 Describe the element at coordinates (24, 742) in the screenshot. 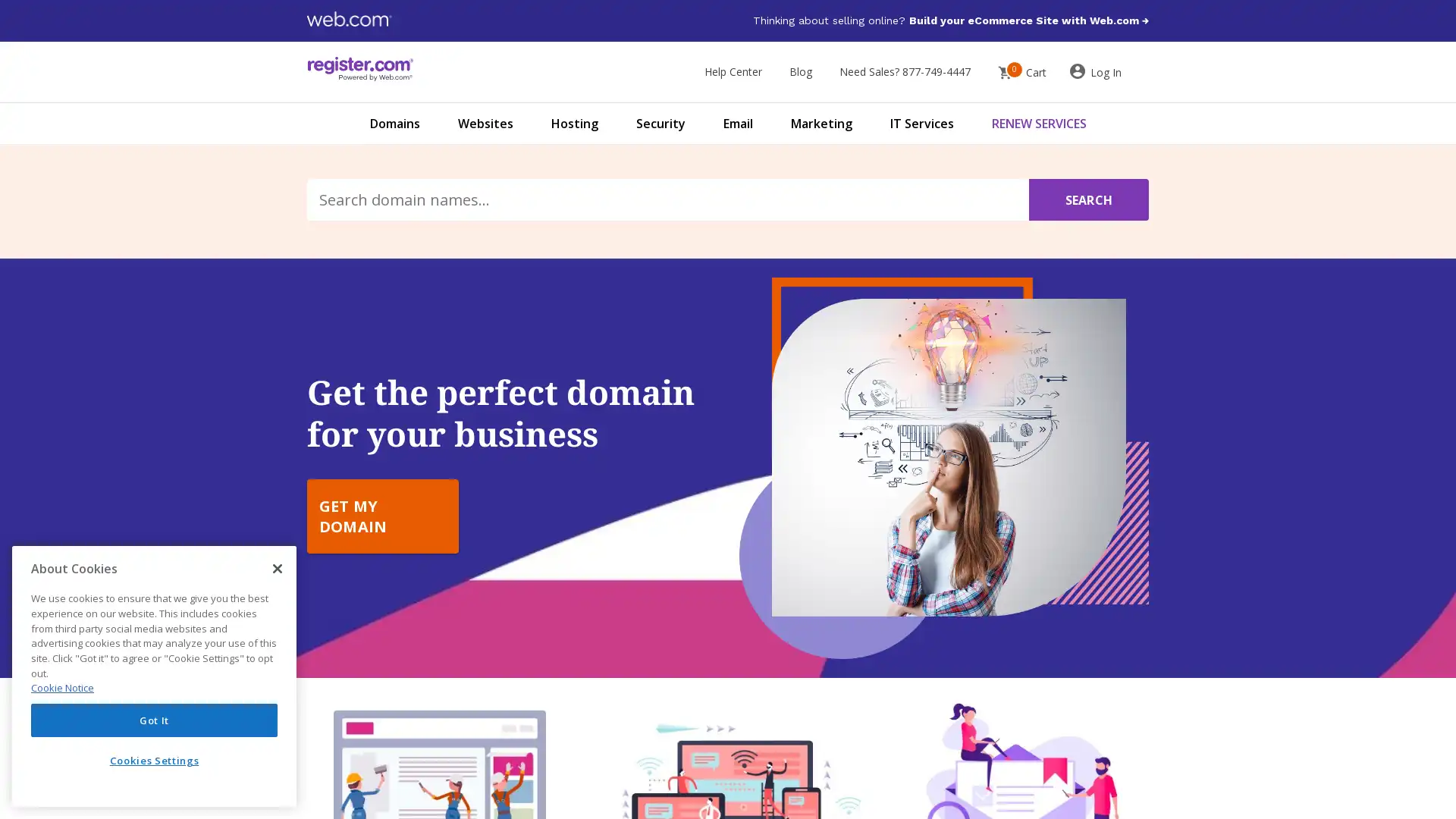

I see `Explore your accessibility options` at that location.